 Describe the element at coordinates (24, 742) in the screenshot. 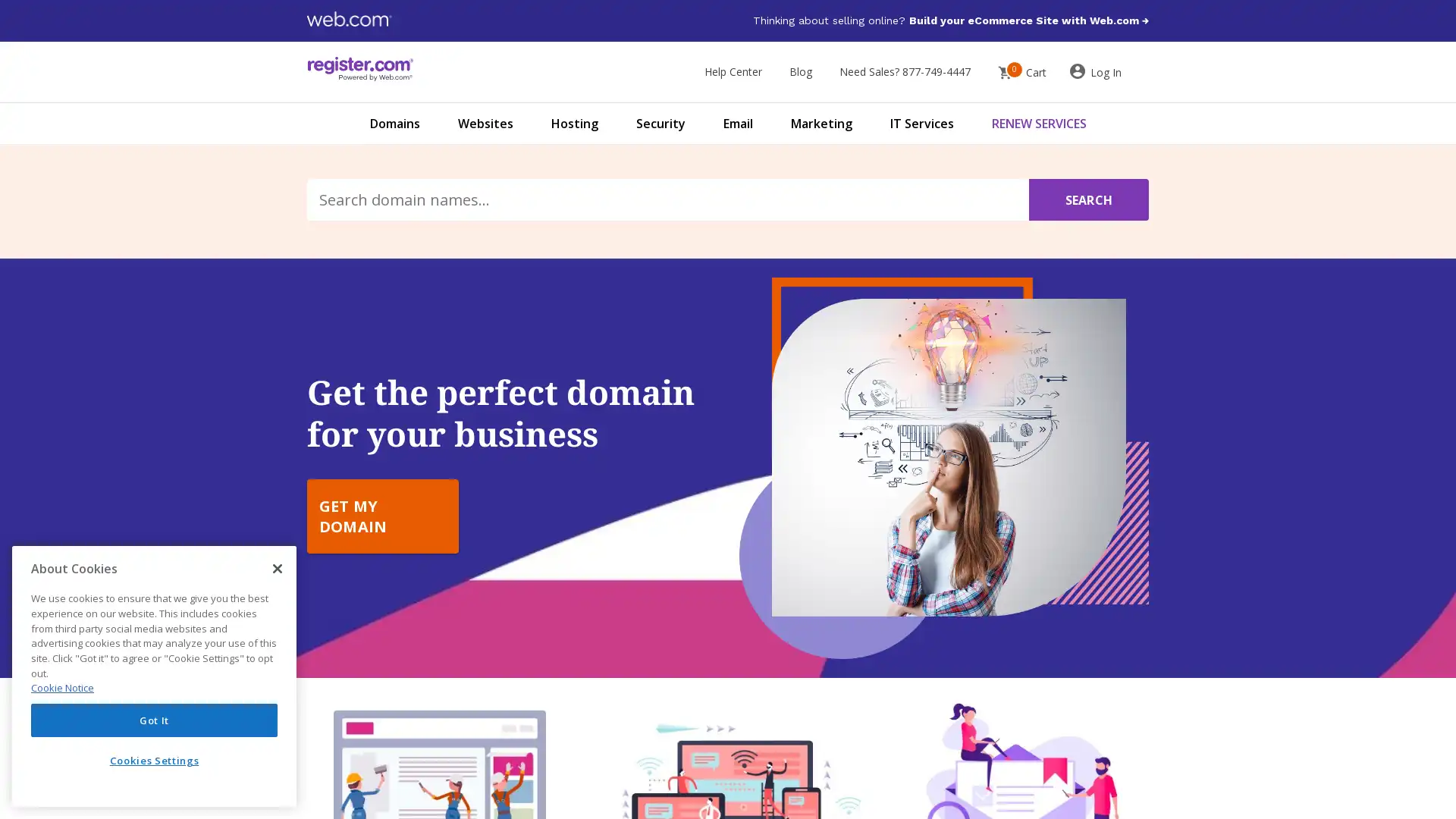

I see `Explore your accessibility options` at that location.